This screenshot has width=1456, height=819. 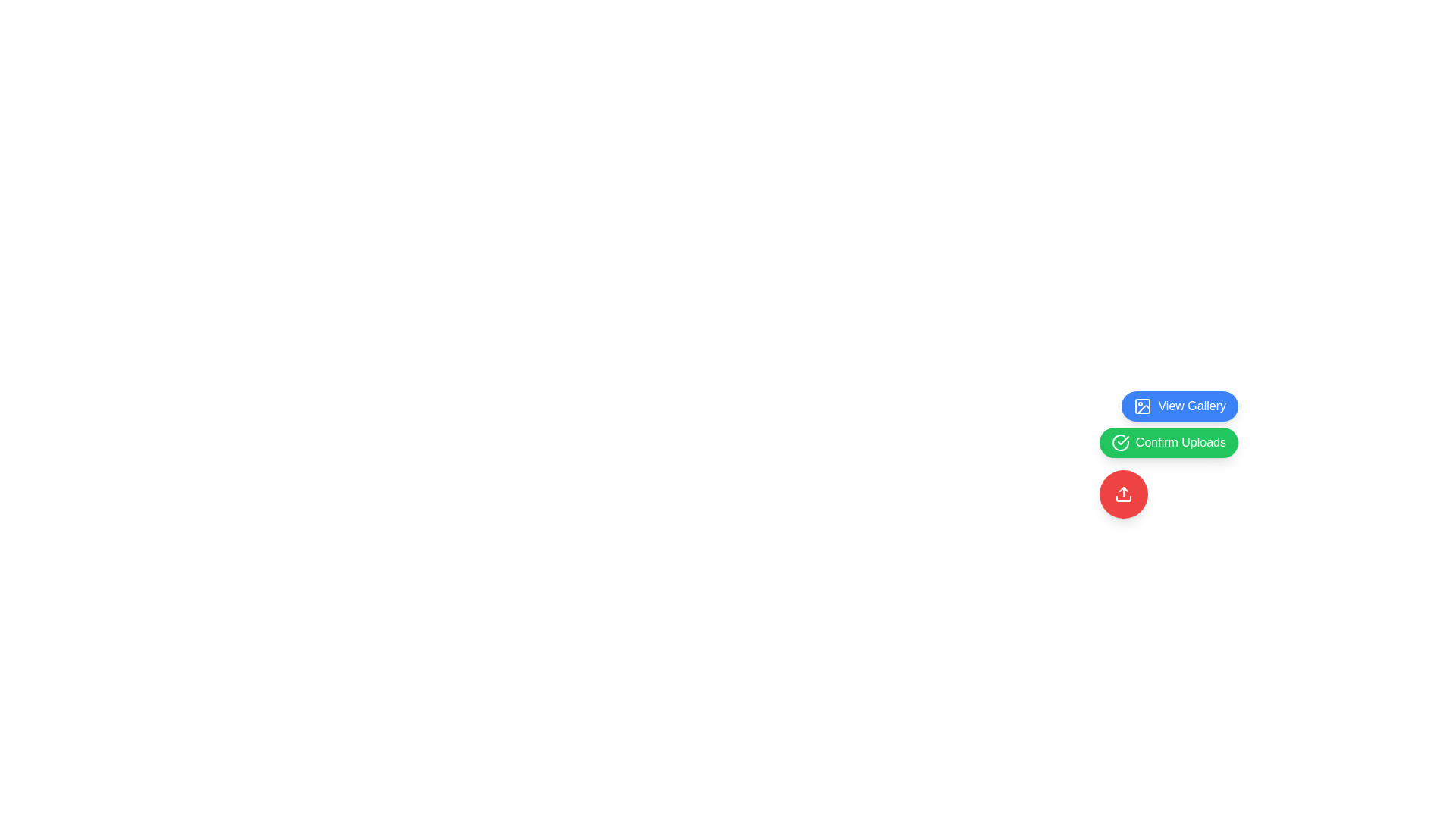 I want to click on the Icon component within the 'View Gallery' button, which is the largest rectangle in a blue button indicating it relates to images, so click(x=1143, y=406).